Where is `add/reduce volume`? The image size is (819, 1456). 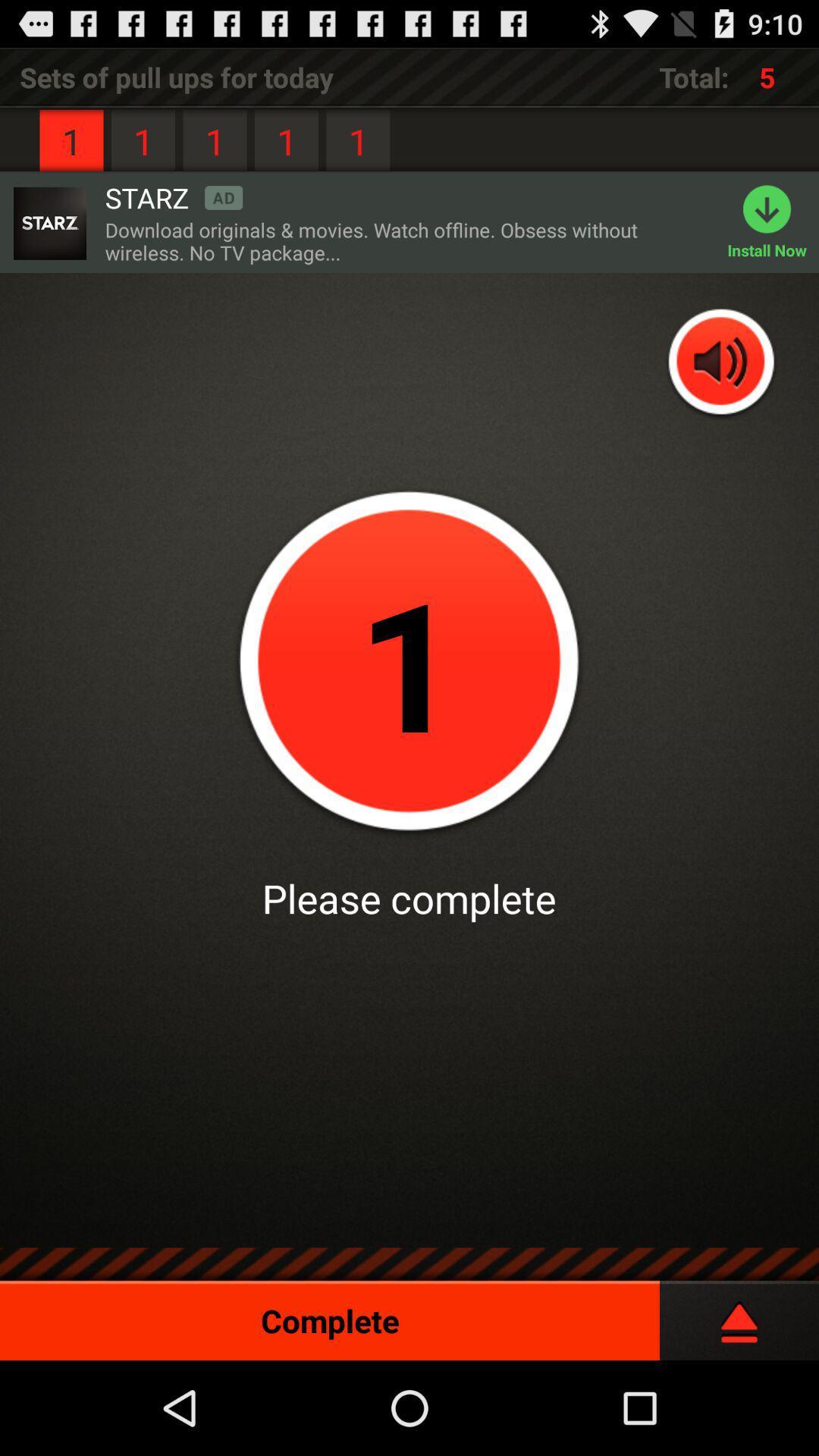 add/reduce volume is located at coordinates (721, 362).